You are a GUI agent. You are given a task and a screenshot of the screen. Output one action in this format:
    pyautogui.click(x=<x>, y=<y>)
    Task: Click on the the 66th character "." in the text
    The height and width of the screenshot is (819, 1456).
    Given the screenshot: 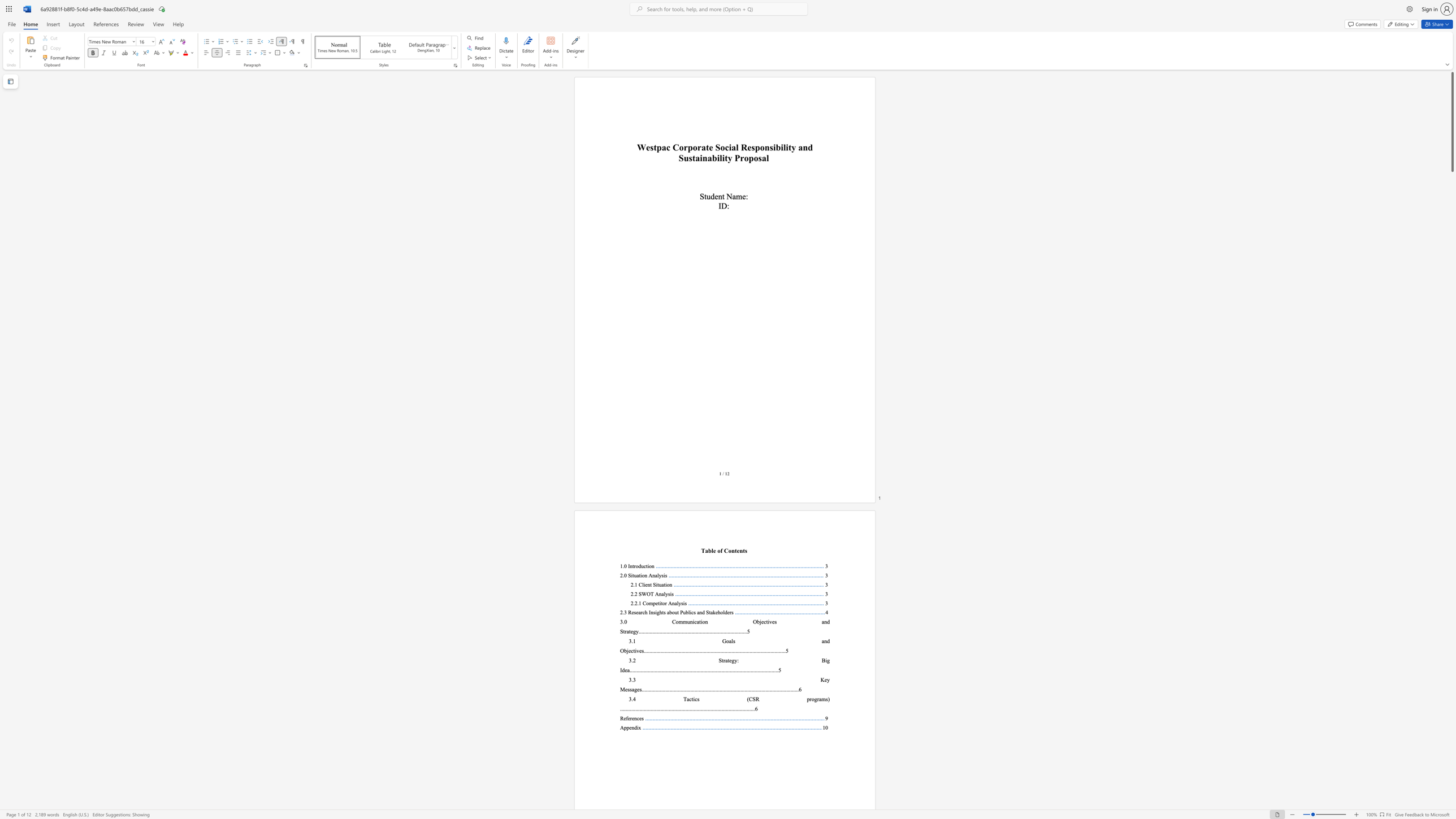 What is the action you would take?
    pyautogui.click(x=720, y=670)
    